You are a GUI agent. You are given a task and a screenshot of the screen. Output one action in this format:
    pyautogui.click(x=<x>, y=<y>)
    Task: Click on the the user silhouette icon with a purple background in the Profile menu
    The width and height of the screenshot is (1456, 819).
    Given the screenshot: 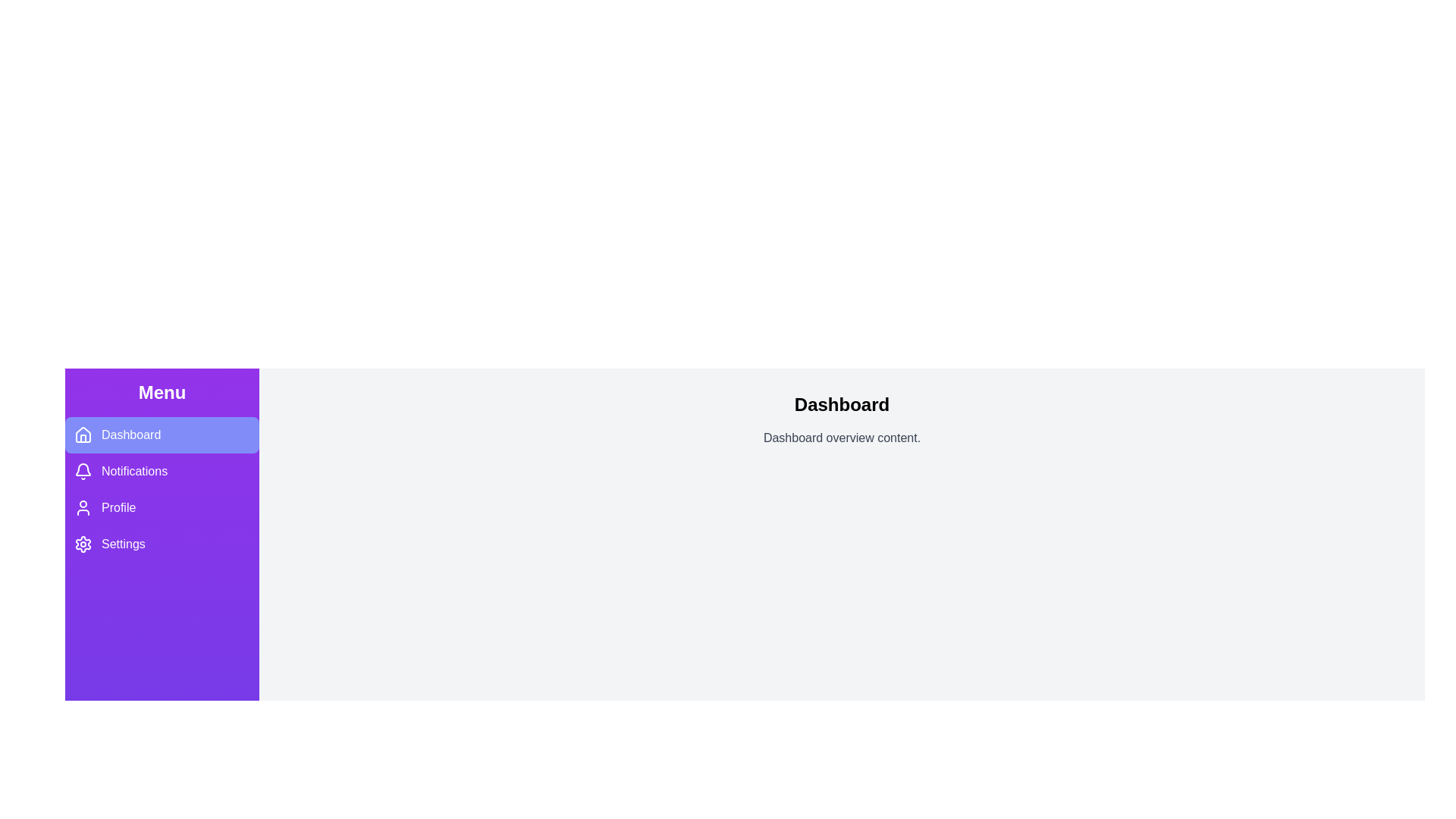 What is the action you would take?
    pyautogui.click(x=83, y=508)
    